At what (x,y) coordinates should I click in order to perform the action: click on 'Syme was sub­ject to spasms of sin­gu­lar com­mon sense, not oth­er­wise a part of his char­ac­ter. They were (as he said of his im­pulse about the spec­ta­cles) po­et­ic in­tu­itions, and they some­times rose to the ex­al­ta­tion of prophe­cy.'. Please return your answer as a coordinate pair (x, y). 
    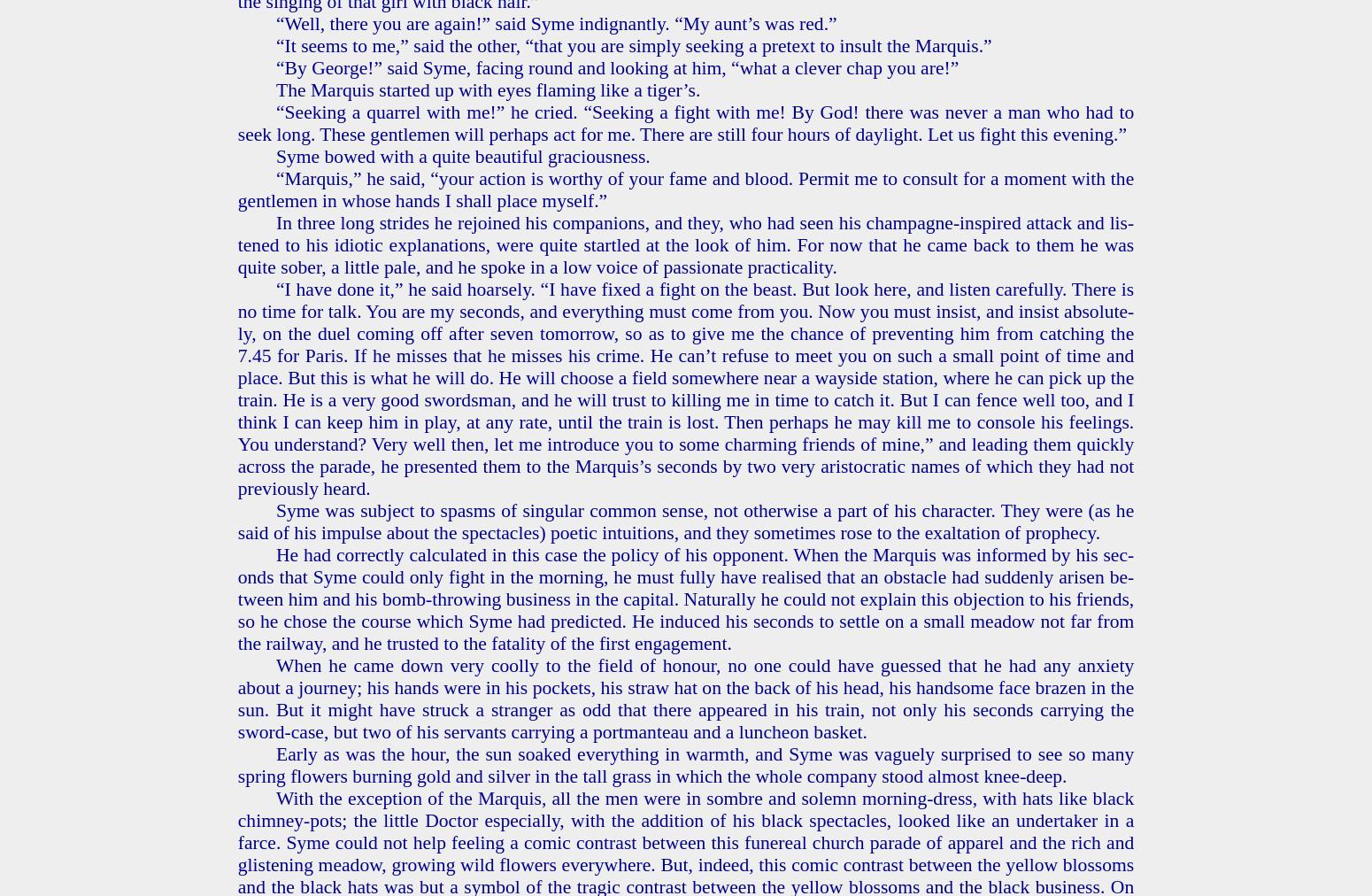
    Looking at the image, I should click on (236, 520).